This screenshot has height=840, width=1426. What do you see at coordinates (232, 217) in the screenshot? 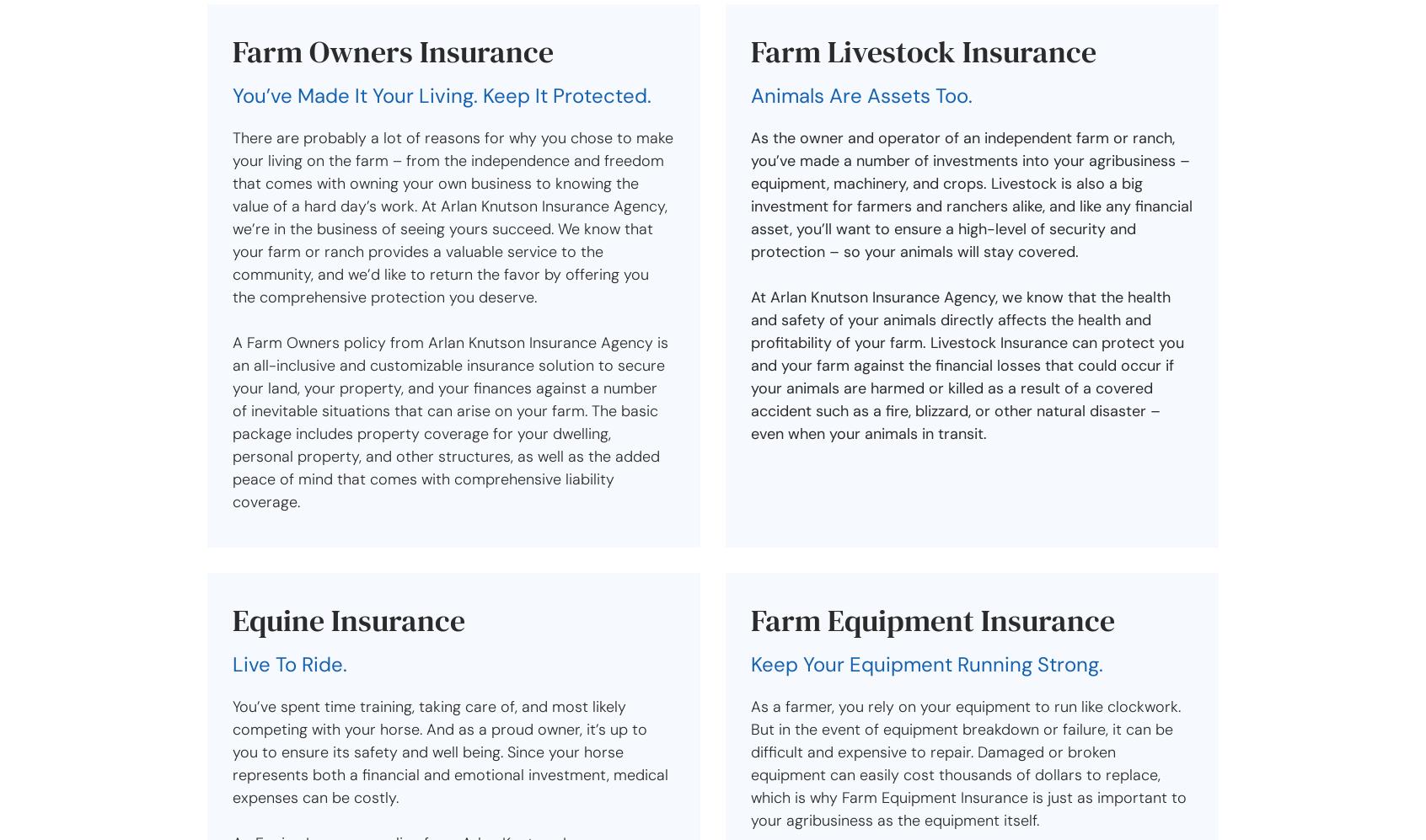
I see `'There are probably a lot of reasons for why you chose to make your living on the farm – from the independence and freedom that comes with owning your own business to knowing the value of a hard day’s work. At Arlan Knutson Insurance Agency, we’re in the business of seeing yours succeed. We know that your farm or ranch provides a valuable service to the community, and we’d like to return the favor by offering you the comprehensive protection you deserve.'` at bounding box center [232, 217].